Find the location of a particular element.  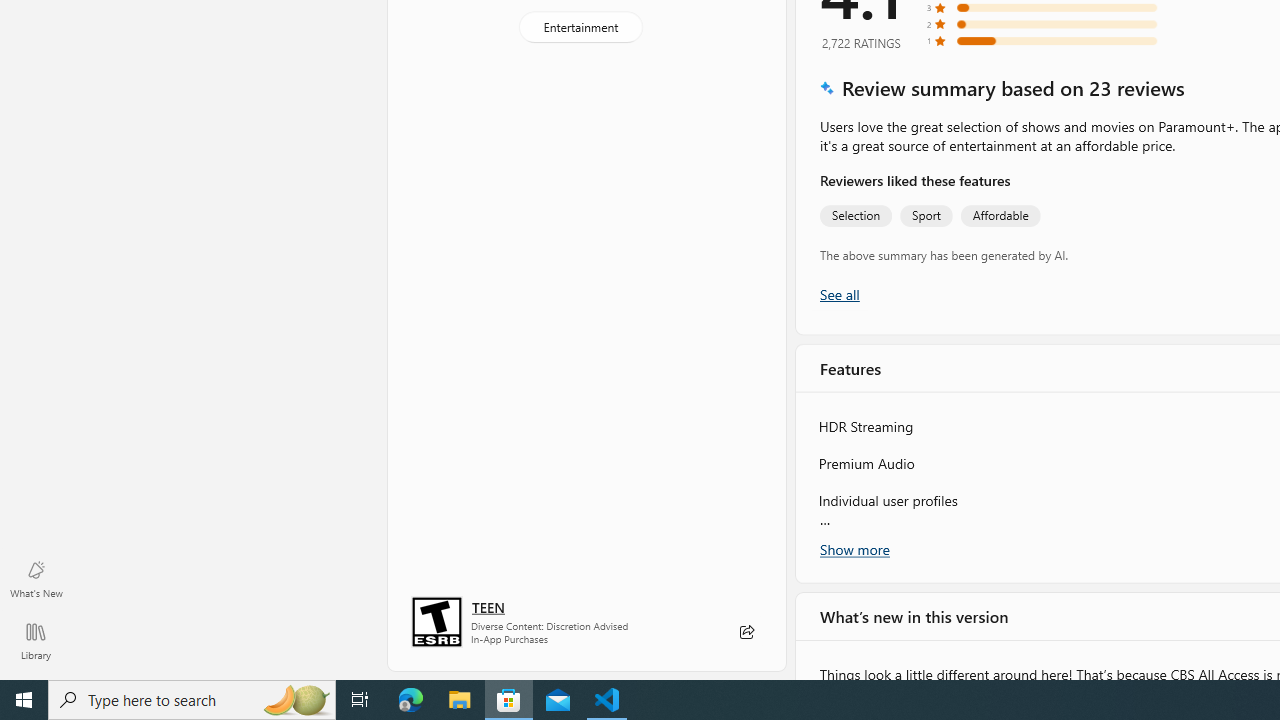

'Age rating: TEEN. Click for more information.' is located at coordinates (488, 605).